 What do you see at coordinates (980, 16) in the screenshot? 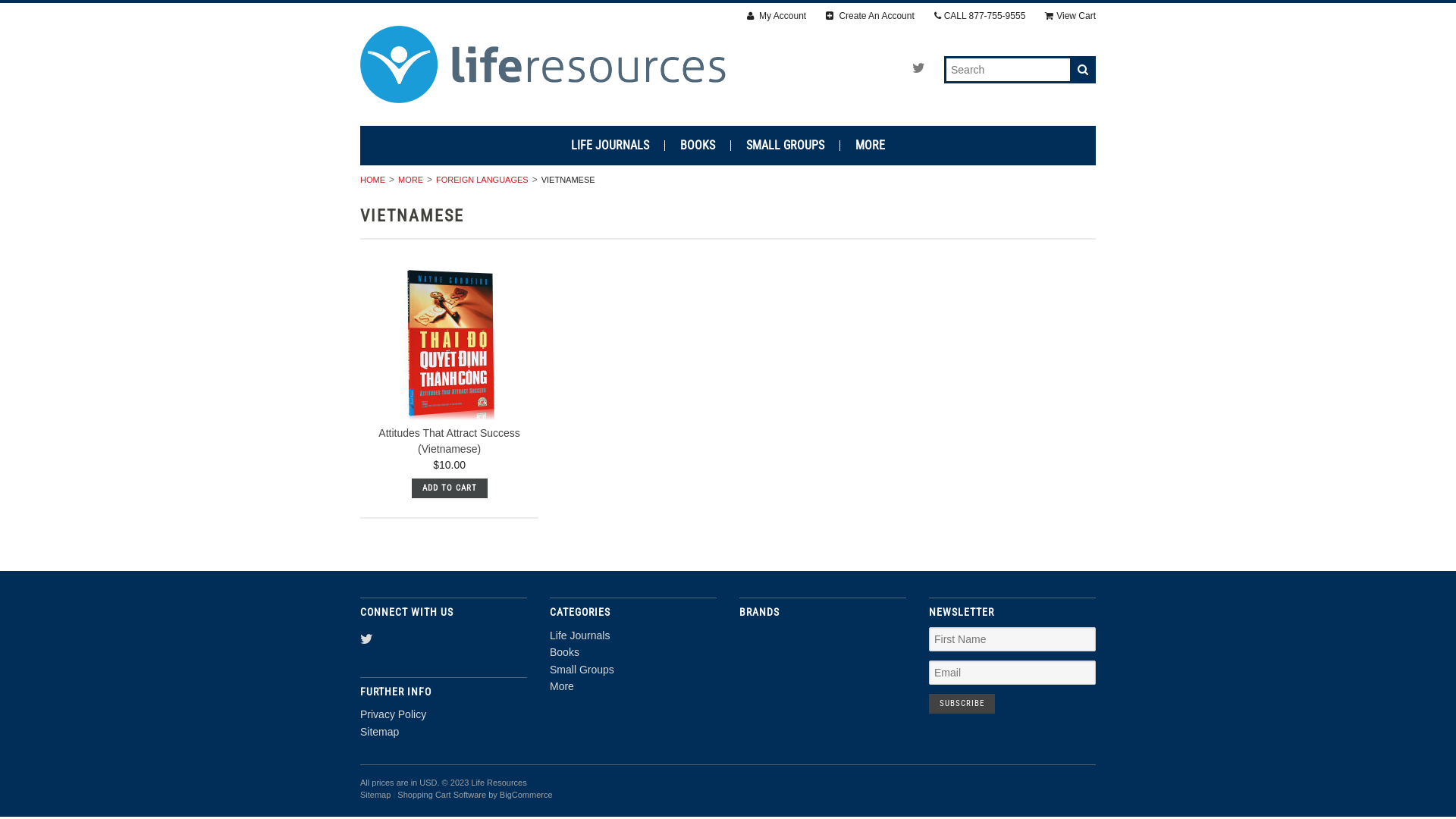
I see `'CALL 877-755-9555'` at bounding box center [980, 16].